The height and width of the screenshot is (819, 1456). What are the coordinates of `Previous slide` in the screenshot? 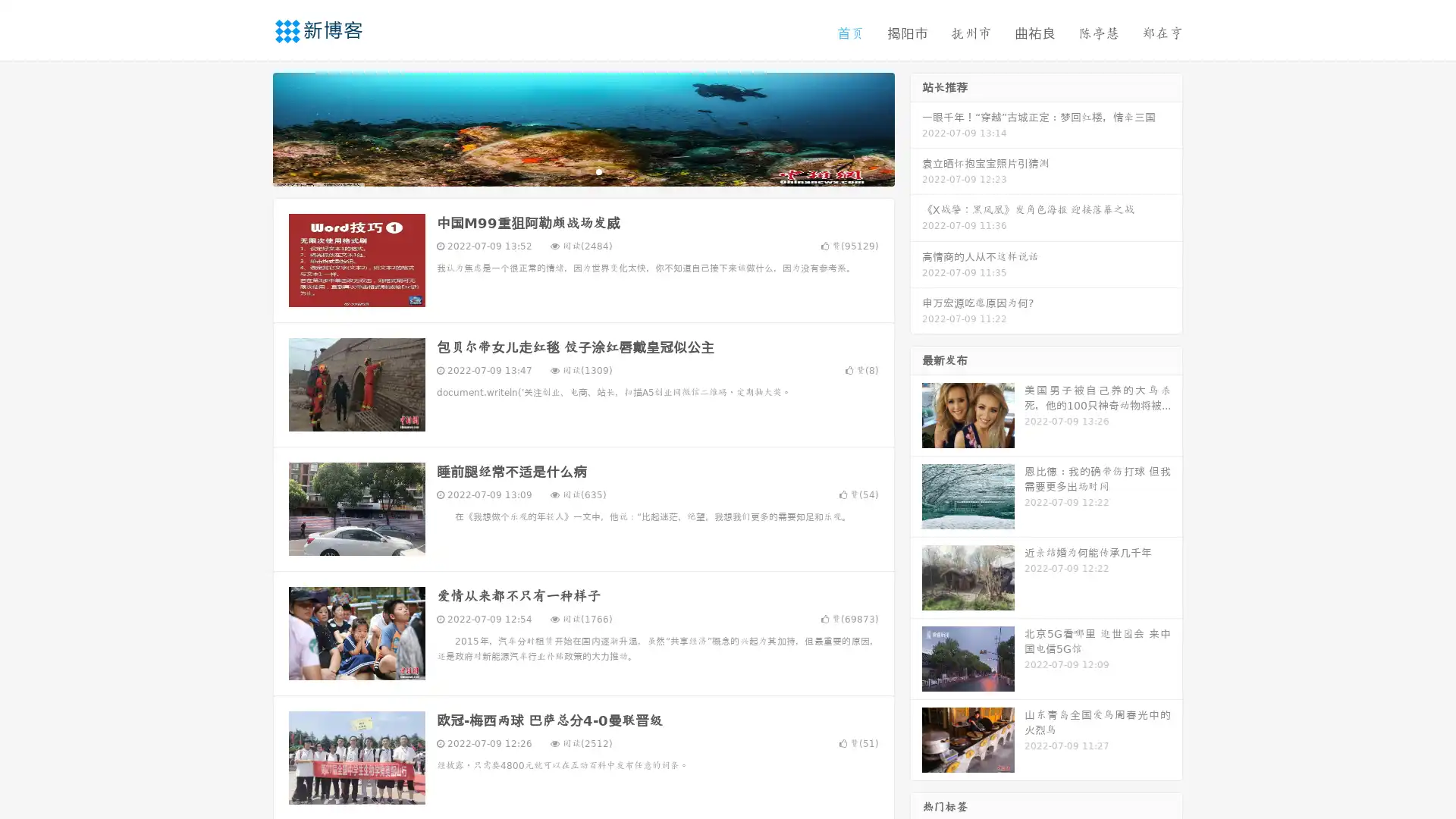 It's located at (250, 127).